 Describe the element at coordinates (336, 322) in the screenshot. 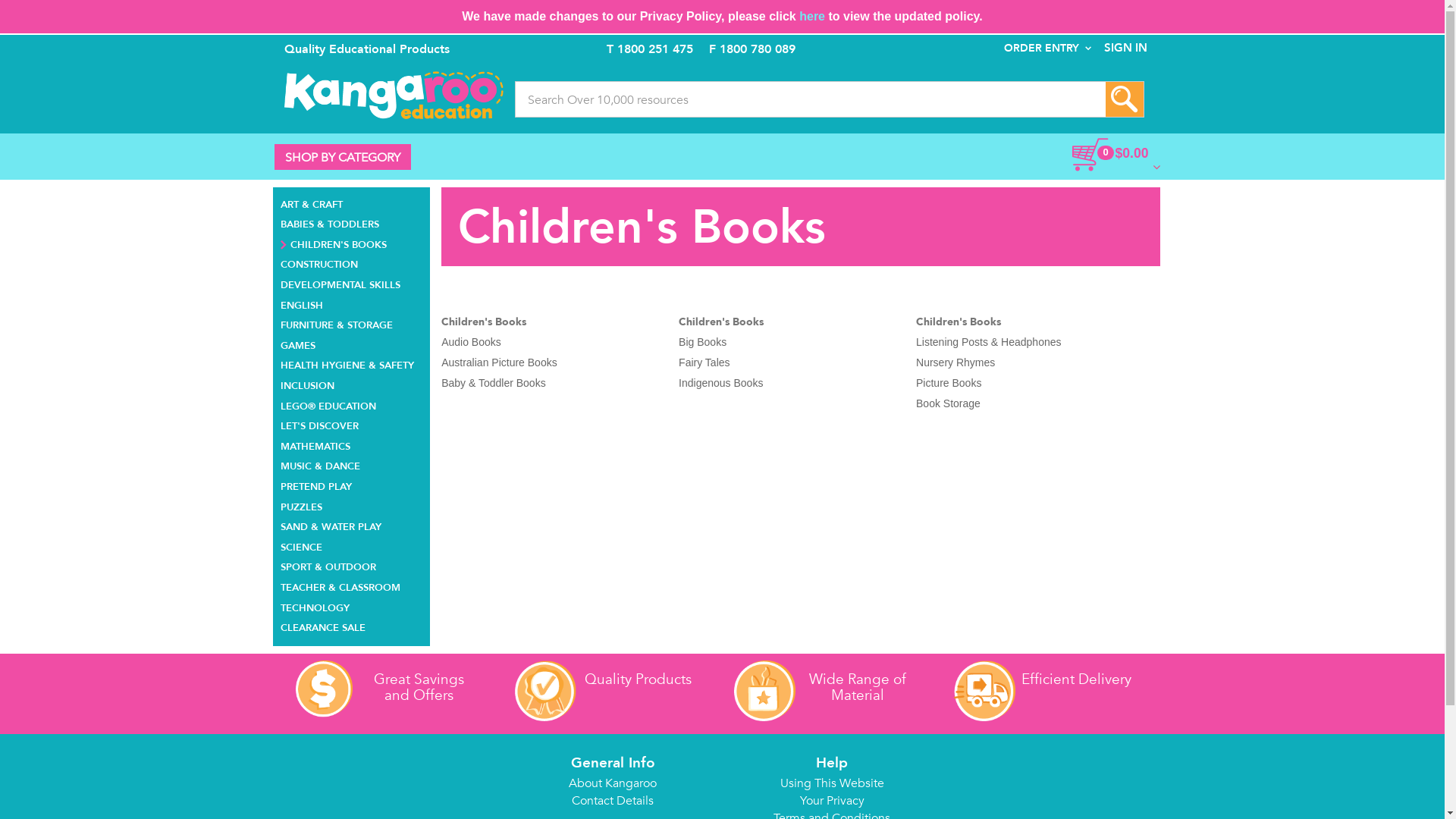

I see `'FURNITURE & STORAGE'` at that location.